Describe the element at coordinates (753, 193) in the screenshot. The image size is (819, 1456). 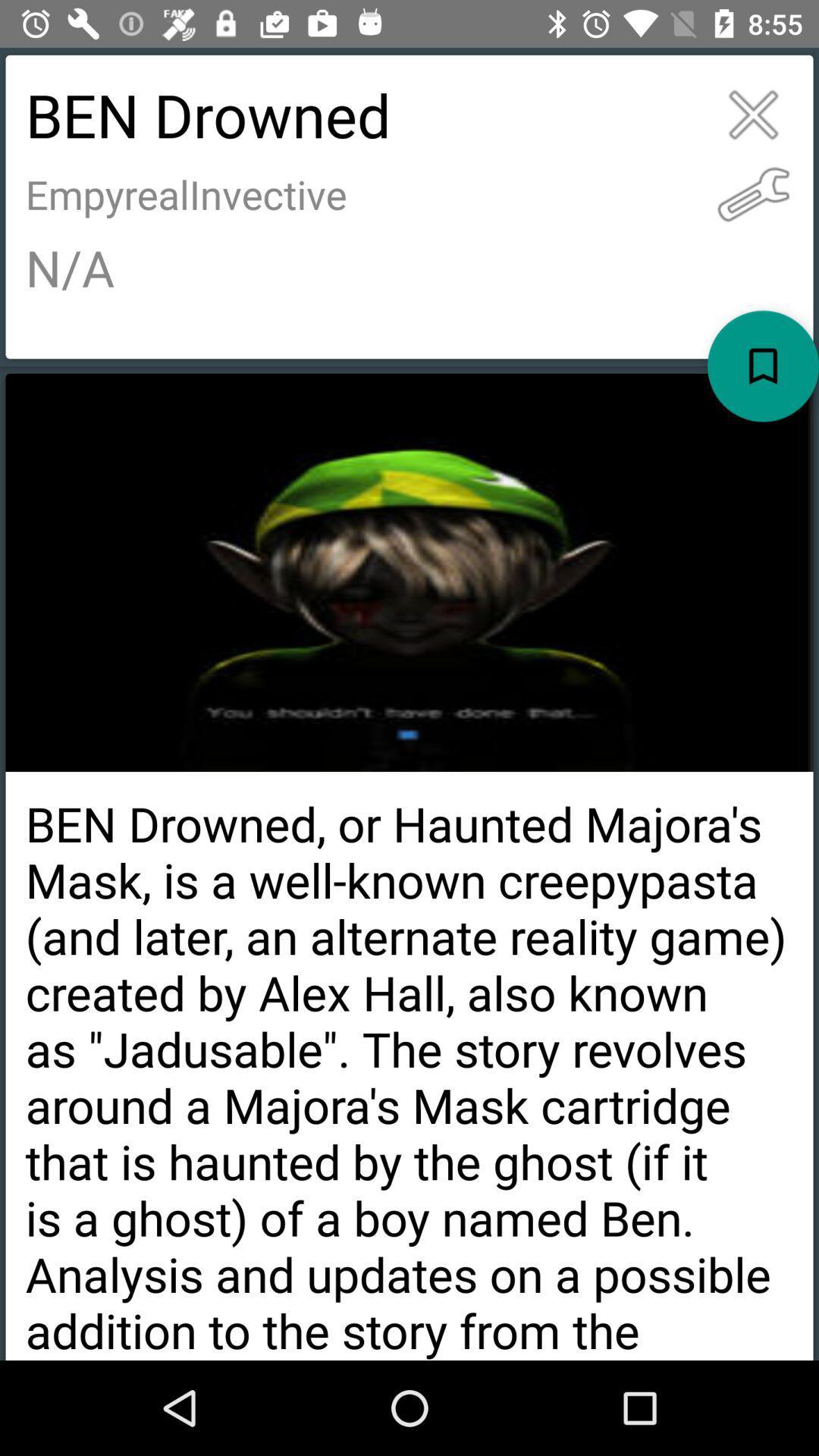
I see `the item next to ben drowned icon` at that location.